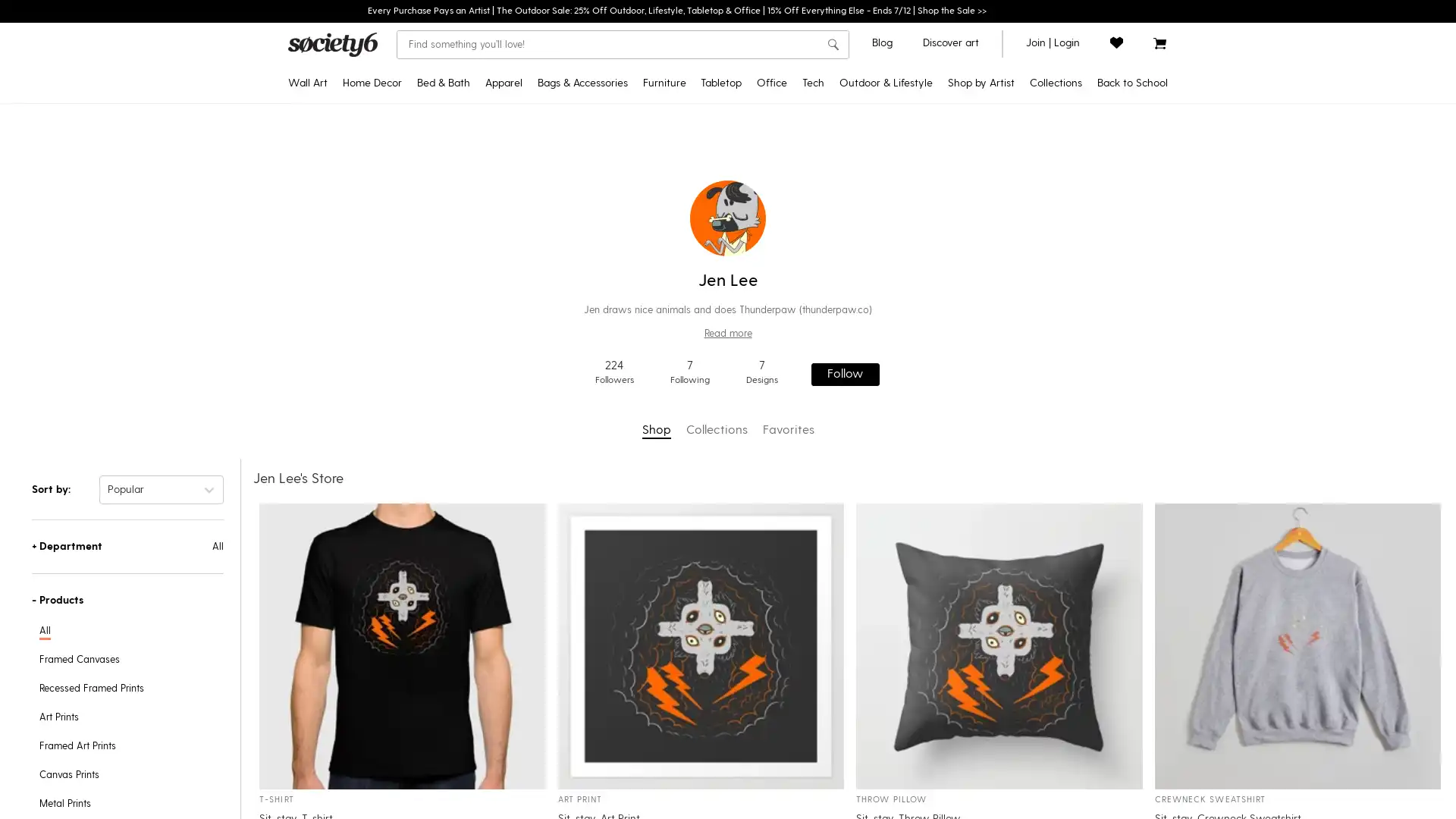 This screenshot has width=1456, height=819. What do you see at coordinates (503, 83) in the screenshot?
I see `Apparel` at bounding box center [503, 83].